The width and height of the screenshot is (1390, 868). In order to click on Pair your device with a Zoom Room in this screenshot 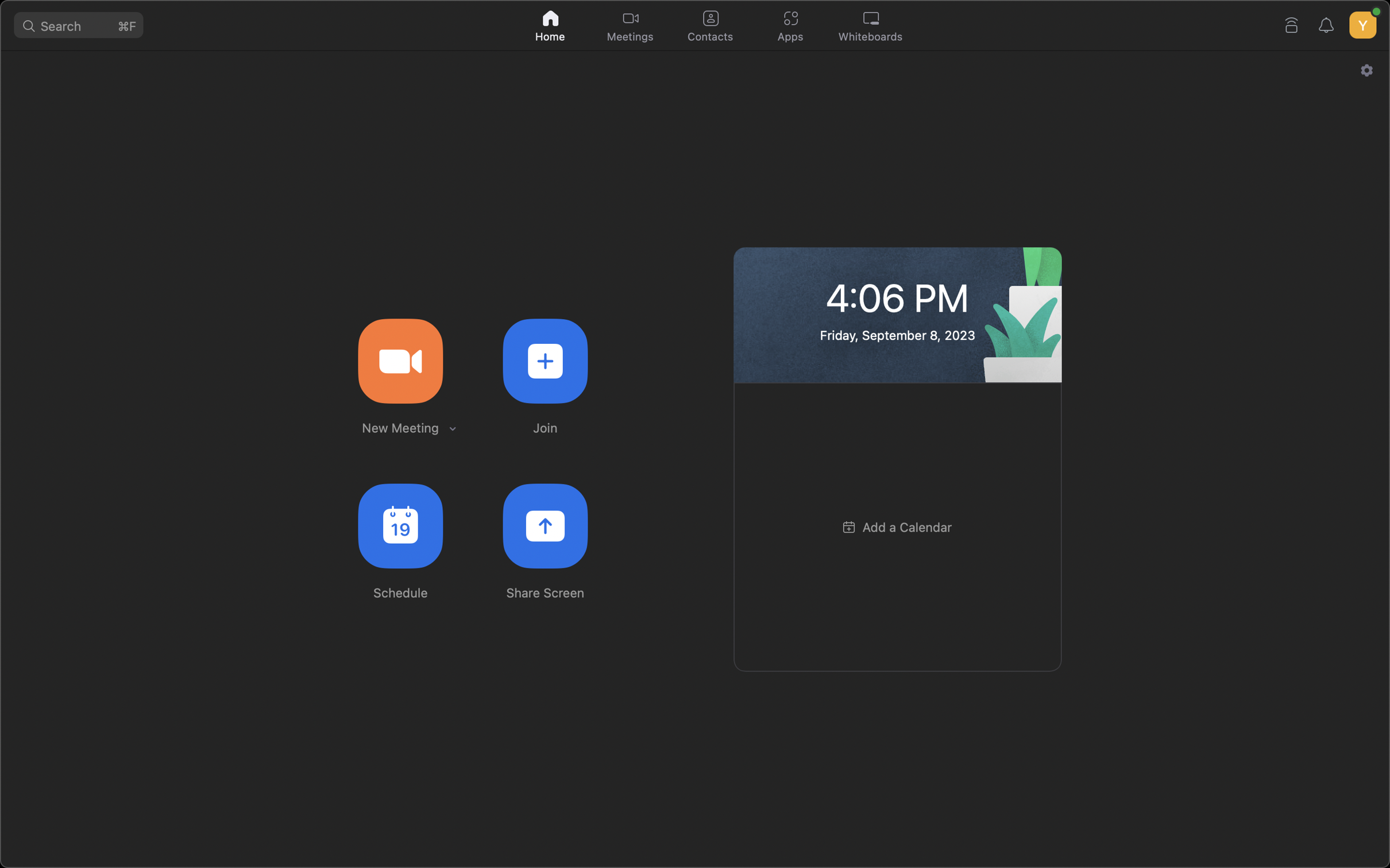, I will do `click(1292, 22)`.